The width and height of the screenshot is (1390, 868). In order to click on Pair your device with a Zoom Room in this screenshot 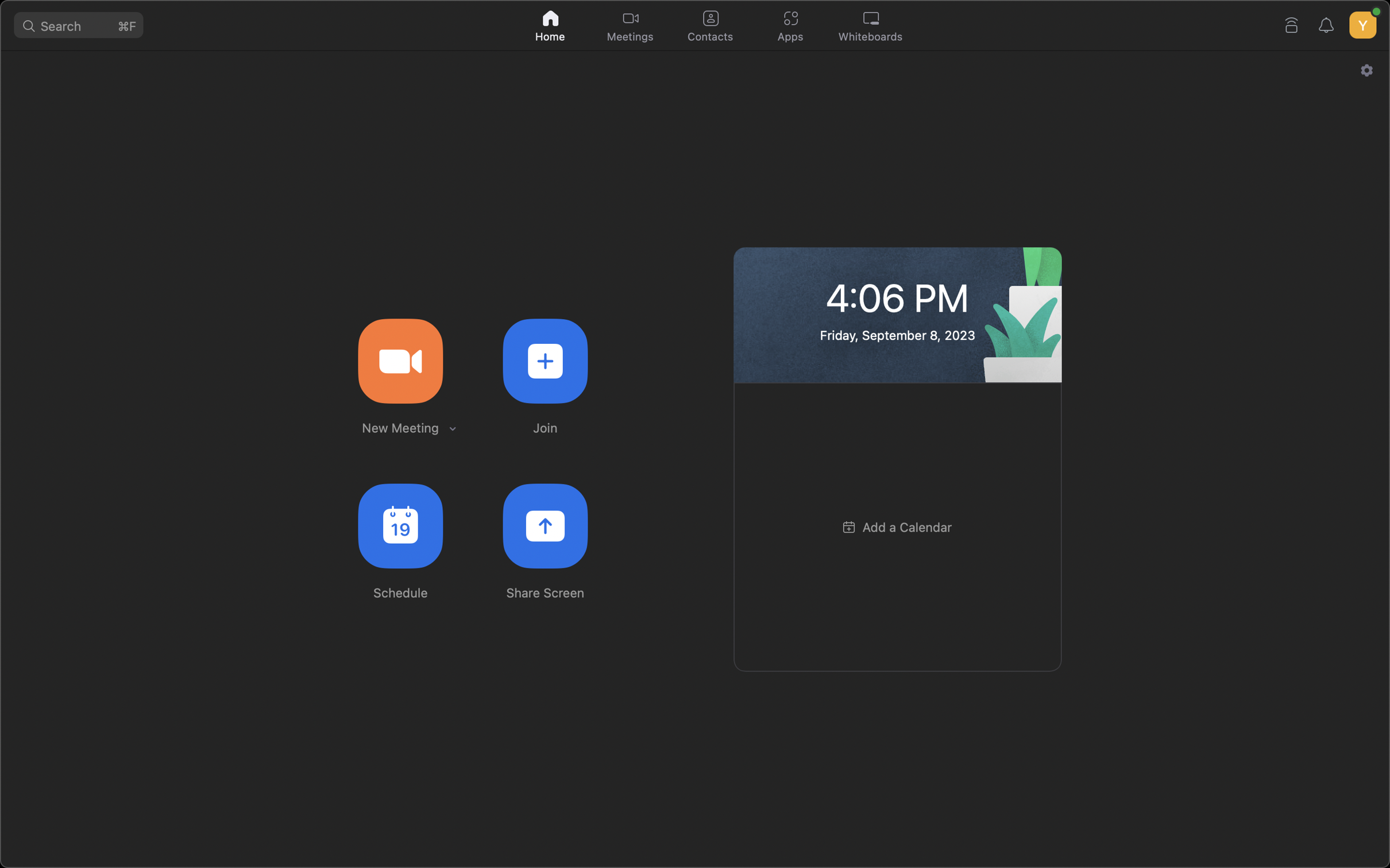, I will do `click(1292, 22)`.